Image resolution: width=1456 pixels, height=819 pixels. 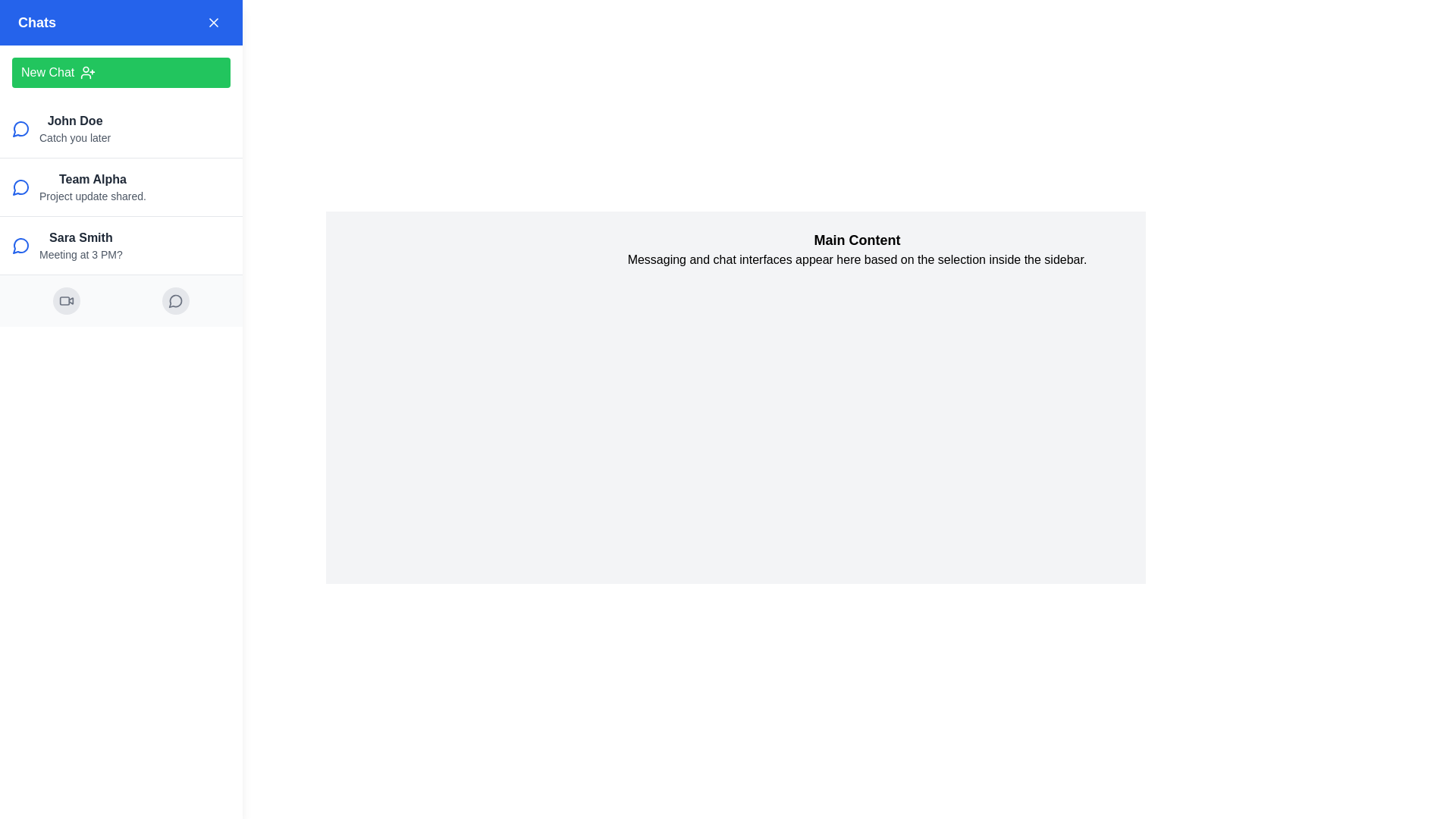 I want to click on the close icon button located in the top-left corner of the sidebar, so click(x=29, y=29).